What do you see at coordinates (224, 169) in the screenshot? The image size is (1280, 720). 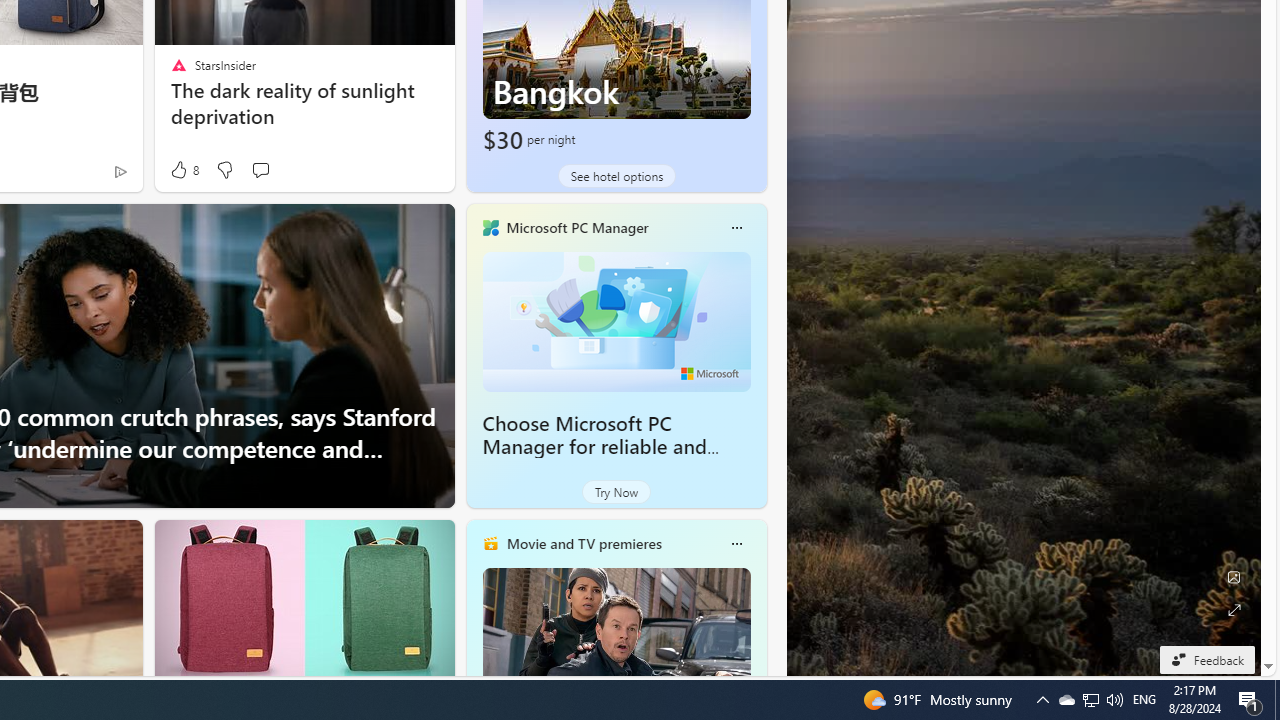 I see `'Dislike'` at bounding box center [224, 169].